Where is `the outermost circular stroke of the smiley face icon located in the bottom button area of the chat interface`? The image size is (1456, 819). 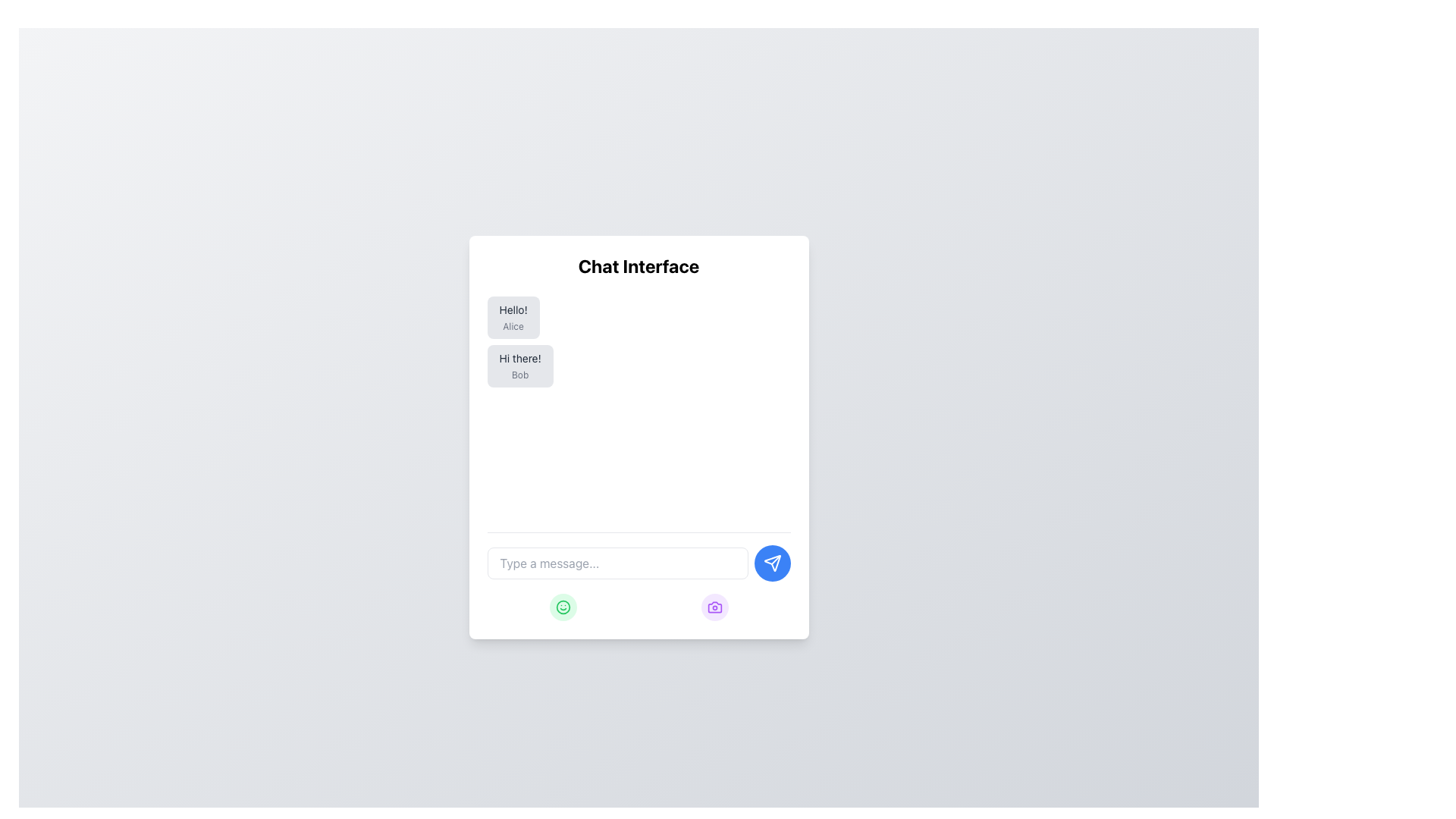 the outermost circular stroke of the smiley face icon located in the bottom button area of the chat interface is located at coordinates (562, 607).